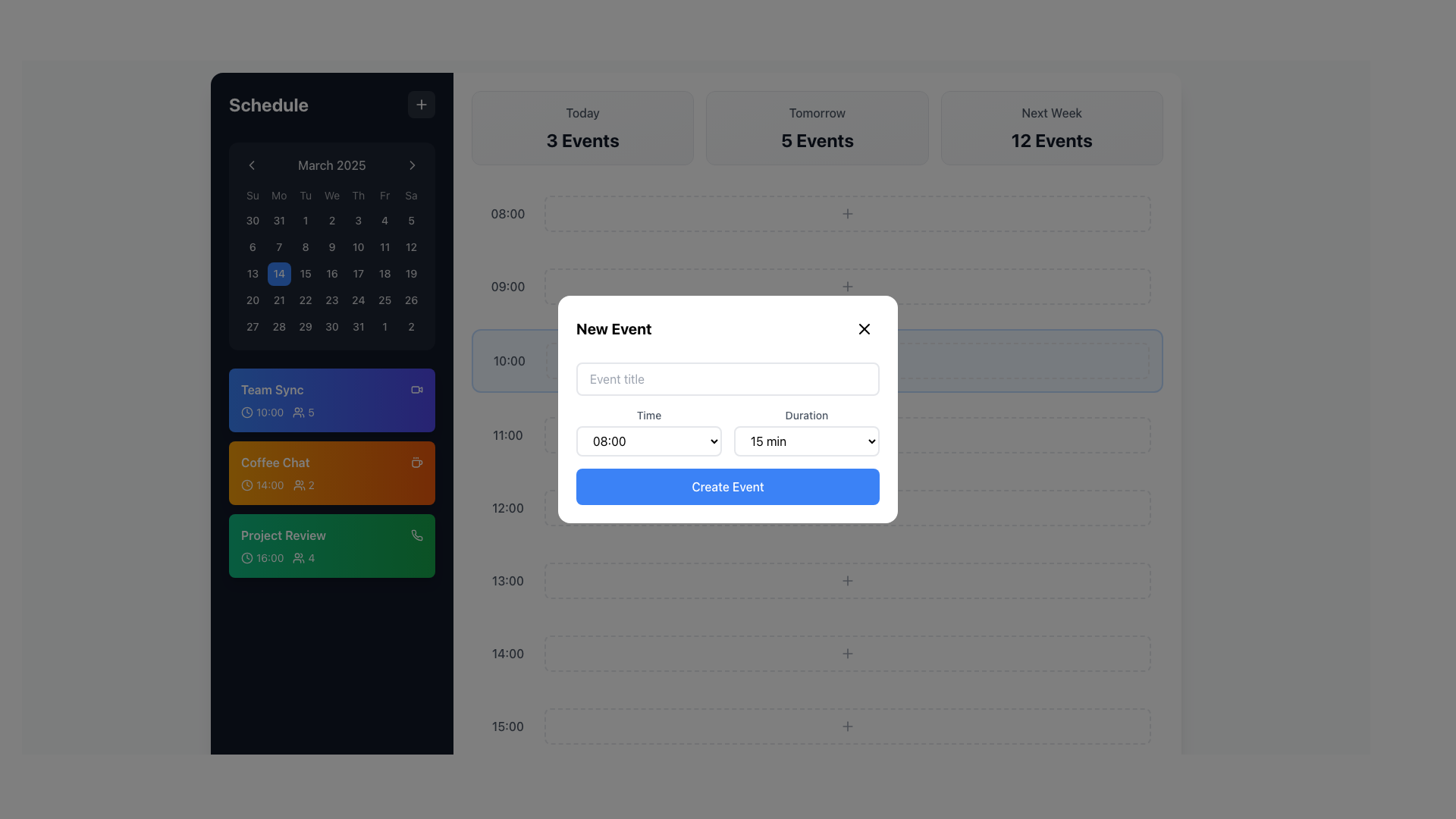 This screenshot has width=1456, height=819. I want to click on the 'Team Sync' interactive event card located, so click(331, 400).